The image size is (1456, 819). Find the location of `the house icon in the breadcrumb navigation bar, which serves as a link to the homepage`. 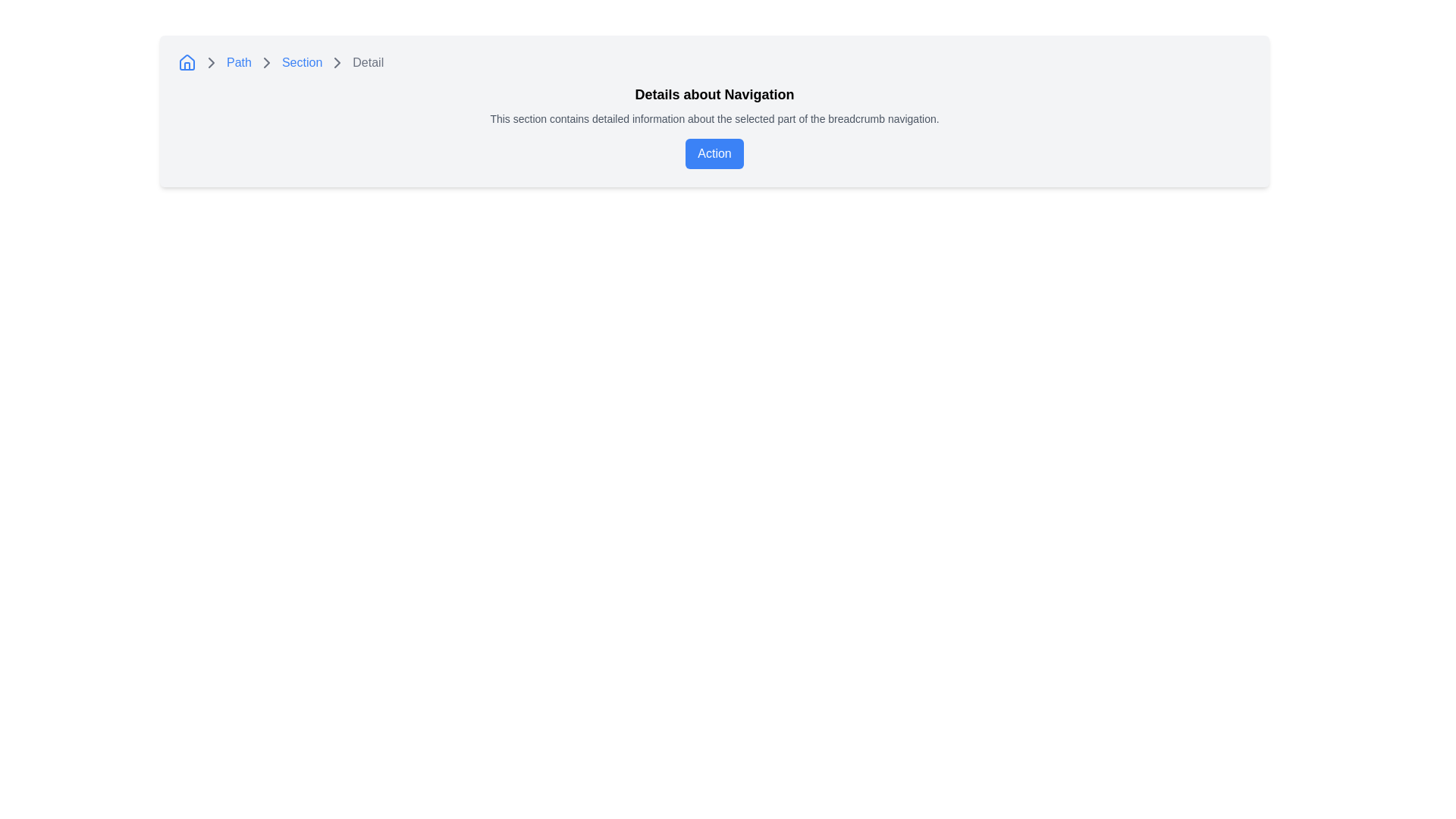

the house icon in the breadcrumb navigation bar, which serves as a link to the homepage is located at coordinates (186, 61).